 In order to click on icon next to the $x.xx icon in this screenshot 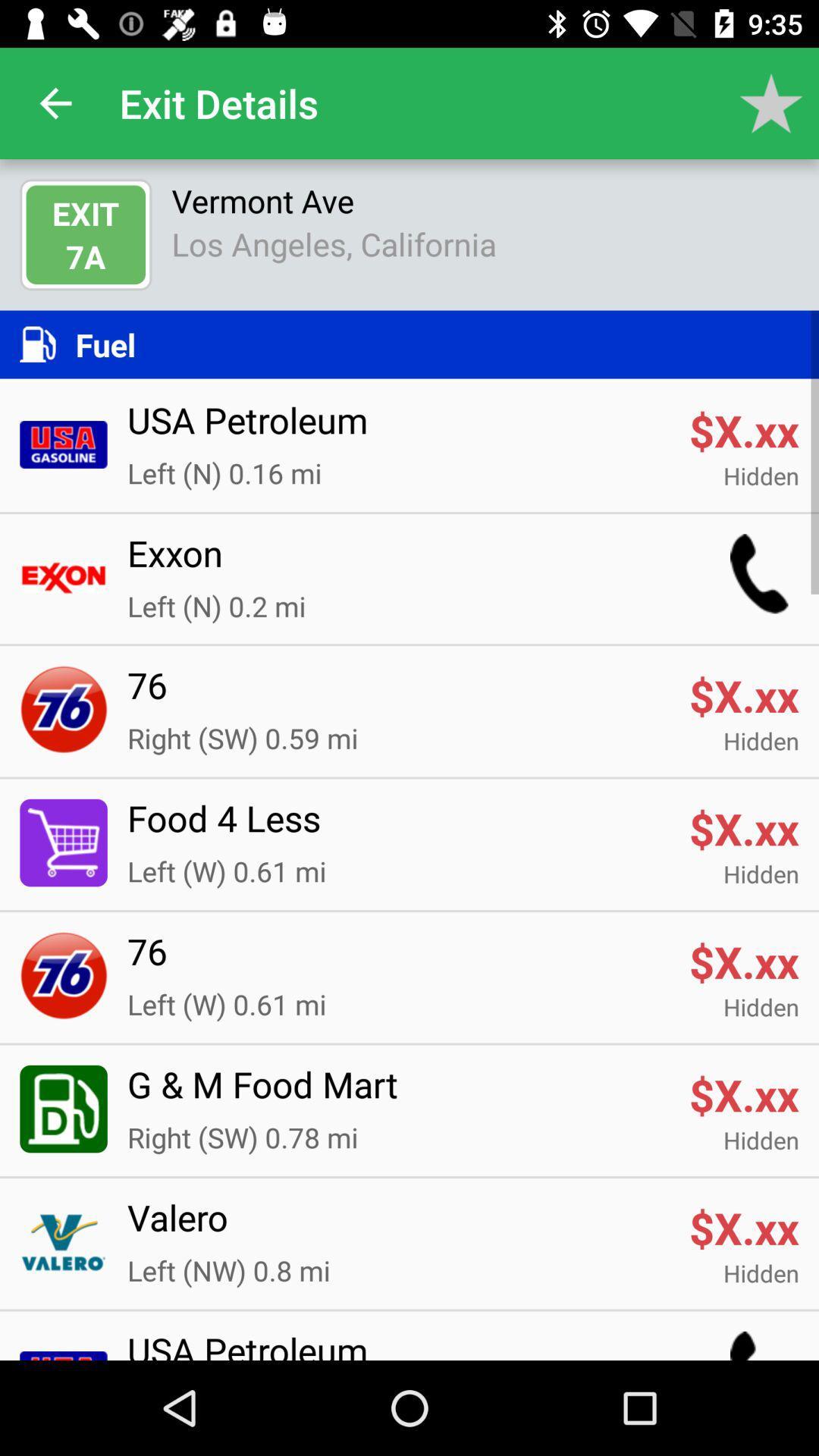, I will do `click(397, 1227)`.